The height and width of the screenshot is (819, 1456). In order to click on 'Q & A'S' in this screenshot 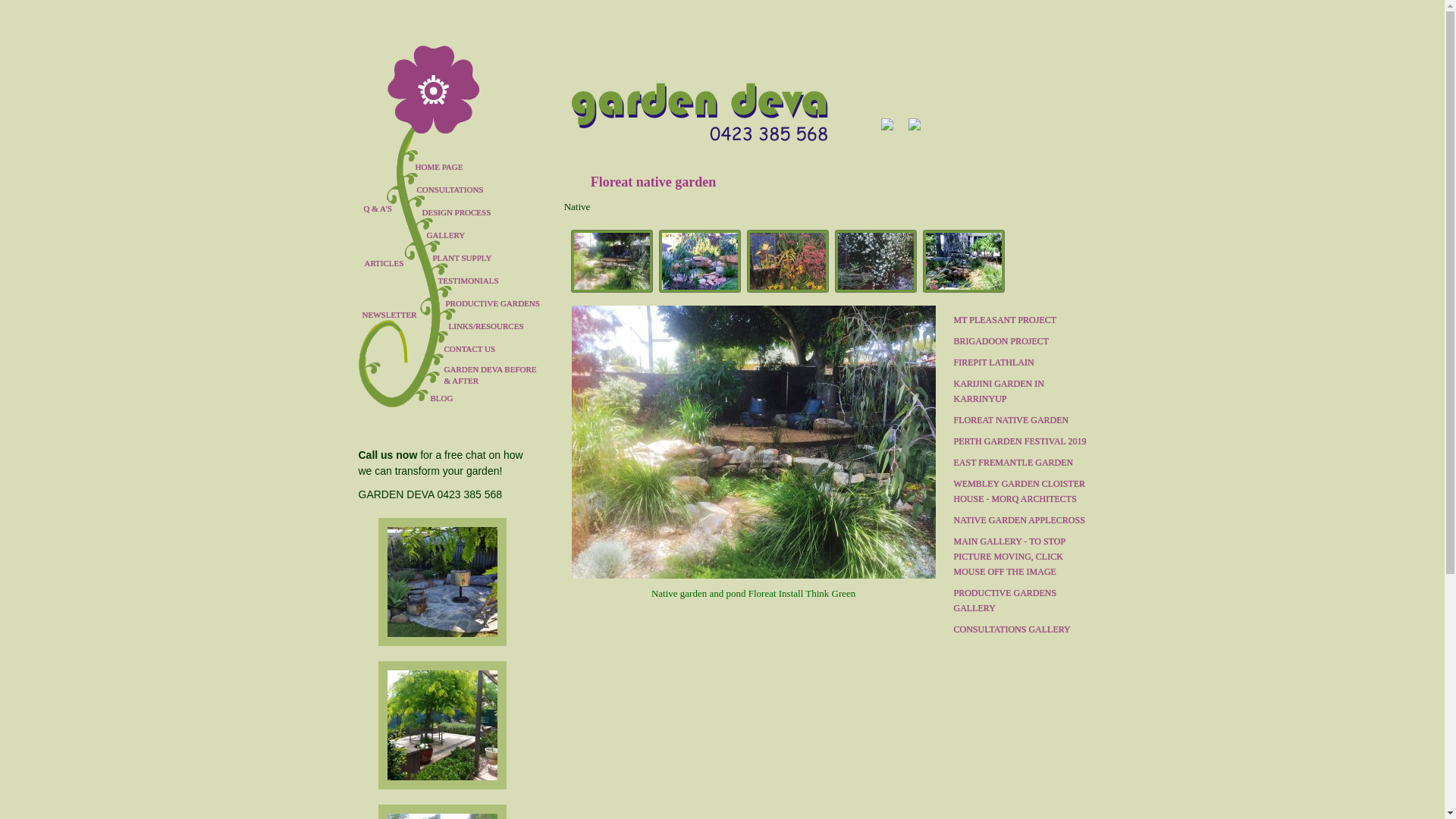, I will do `click(378, 208)`.